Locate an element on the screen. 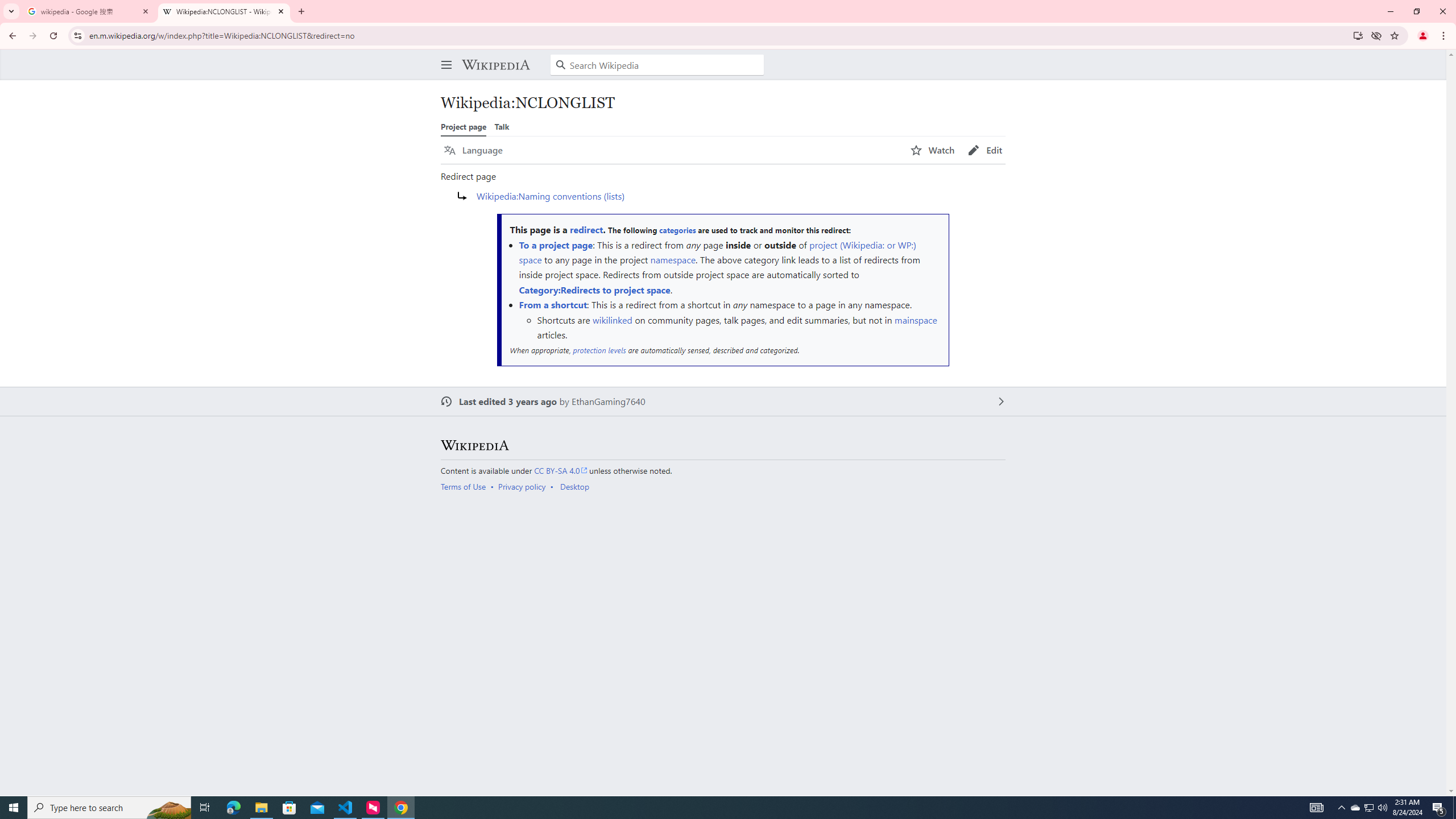 The width and height of the screenshot is (1456, 819). 'Last edited 3 years ago by EthanGaming7640' is located at coordinates (723, 402).